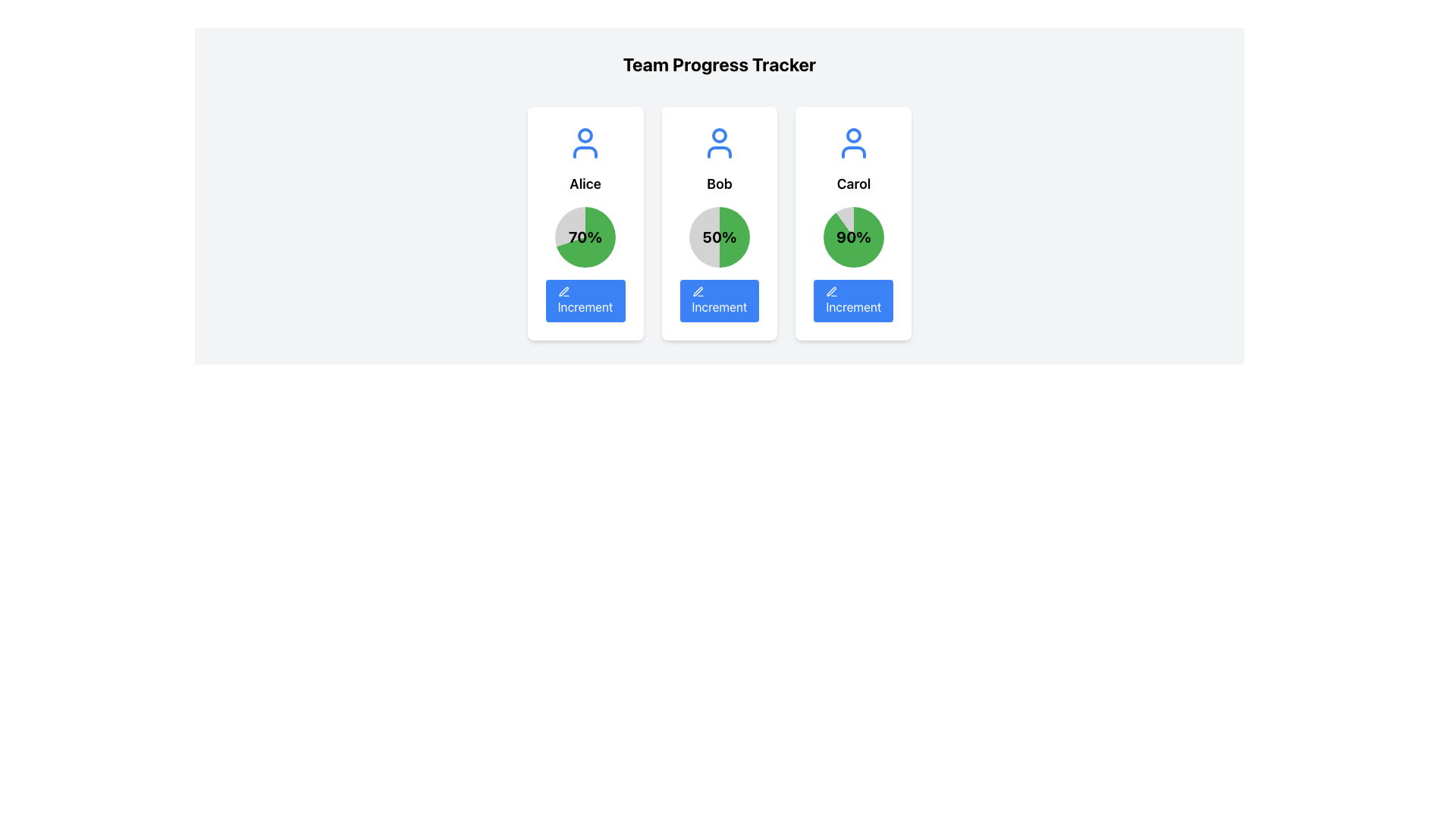 This screenshot has width=1456, height=819. I want to click on the 'Increment' button with a pencil icon located at the bottom of Alice's card, so click(585, 301).